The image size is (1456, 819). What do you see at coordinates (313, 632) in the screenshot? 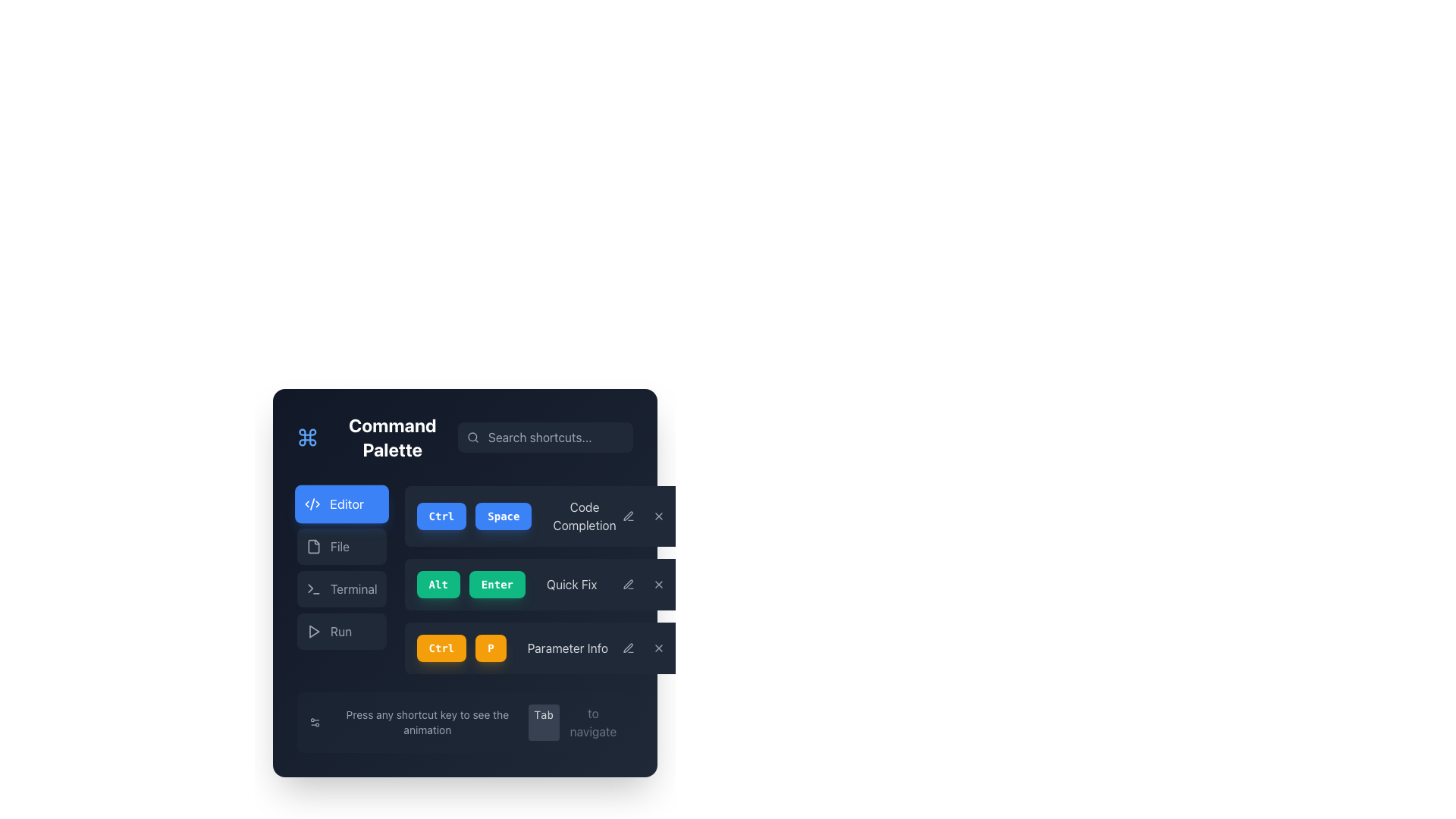
I see `the play-like triangular shape icon located near the bottom-right corner of the command palette interface` at bounding box center [313, 632].